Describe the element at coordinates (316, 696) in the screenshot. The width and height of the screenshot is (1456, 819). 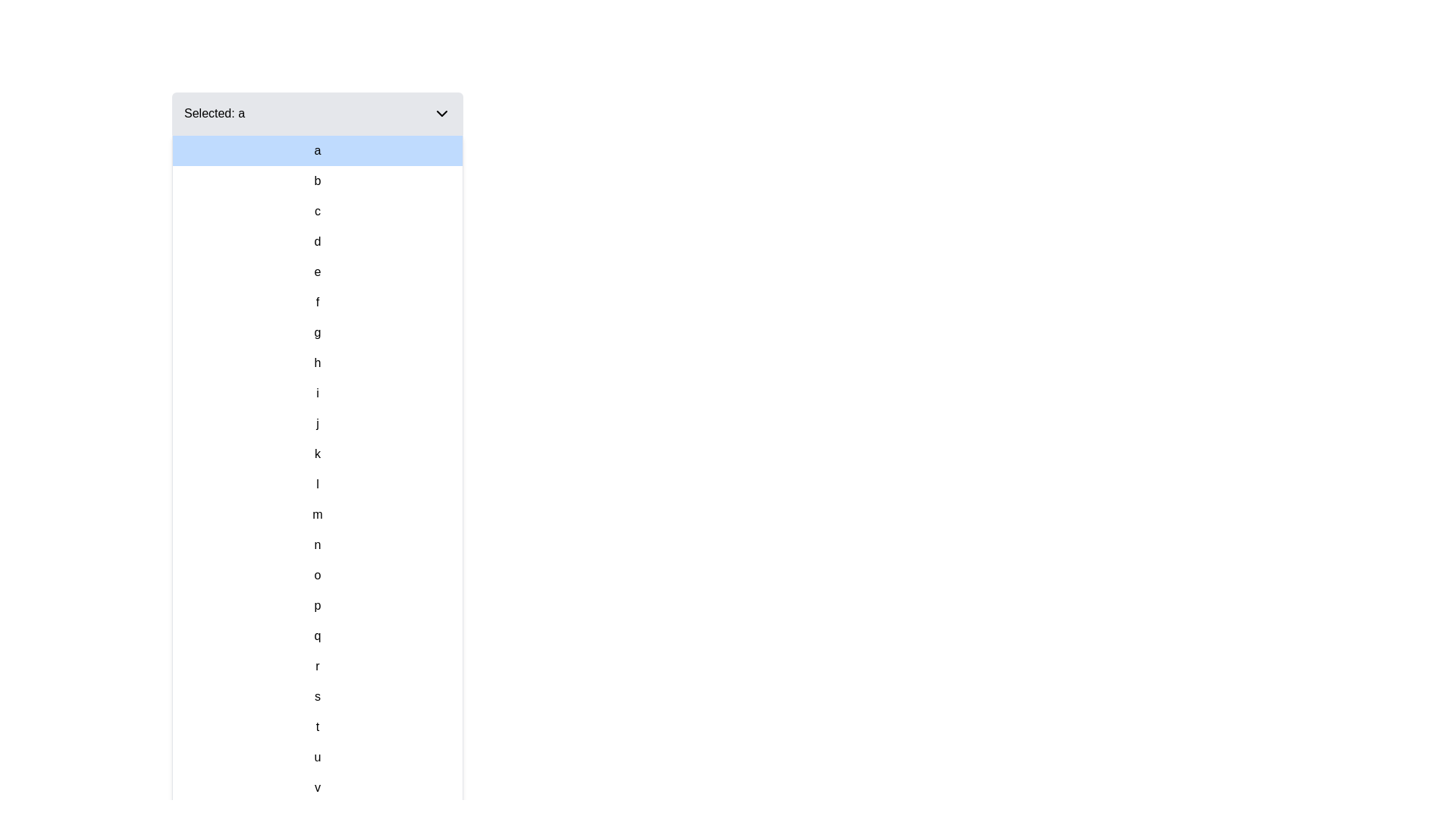
I see `the 19th list item in the dropdown menu that displays the letter 's' for highlighting` at that location.